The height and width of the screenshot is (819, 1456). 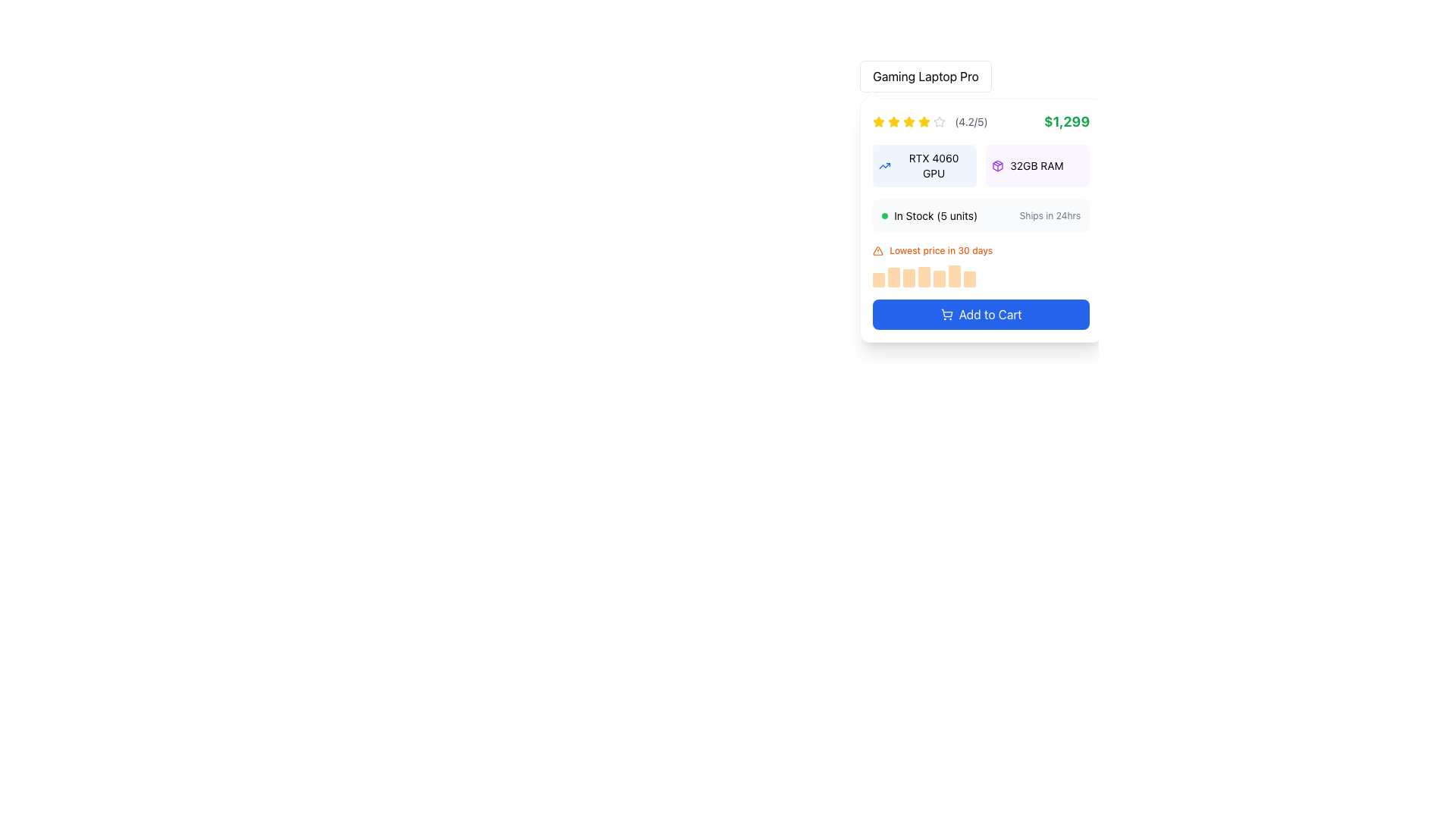 I want to click on the blue vector icon representing a trending graph with an upward arrow, located to the left of the 'RTX 4060 GPU' section, so click(x=885, y=166).